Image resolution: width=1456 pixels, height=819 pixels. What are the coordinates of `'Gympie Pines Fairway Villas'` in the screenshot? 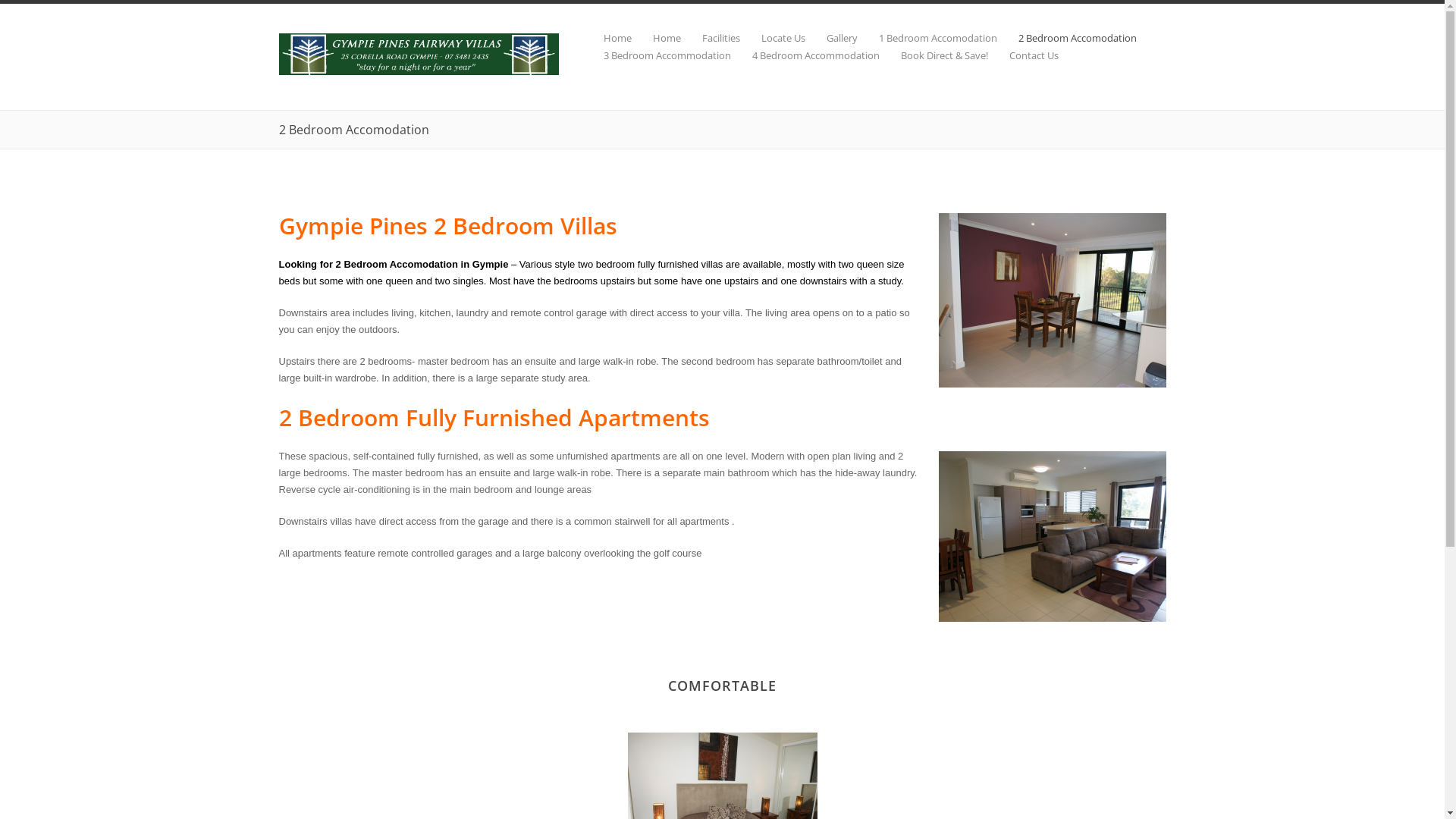 It's located at (419, 71).